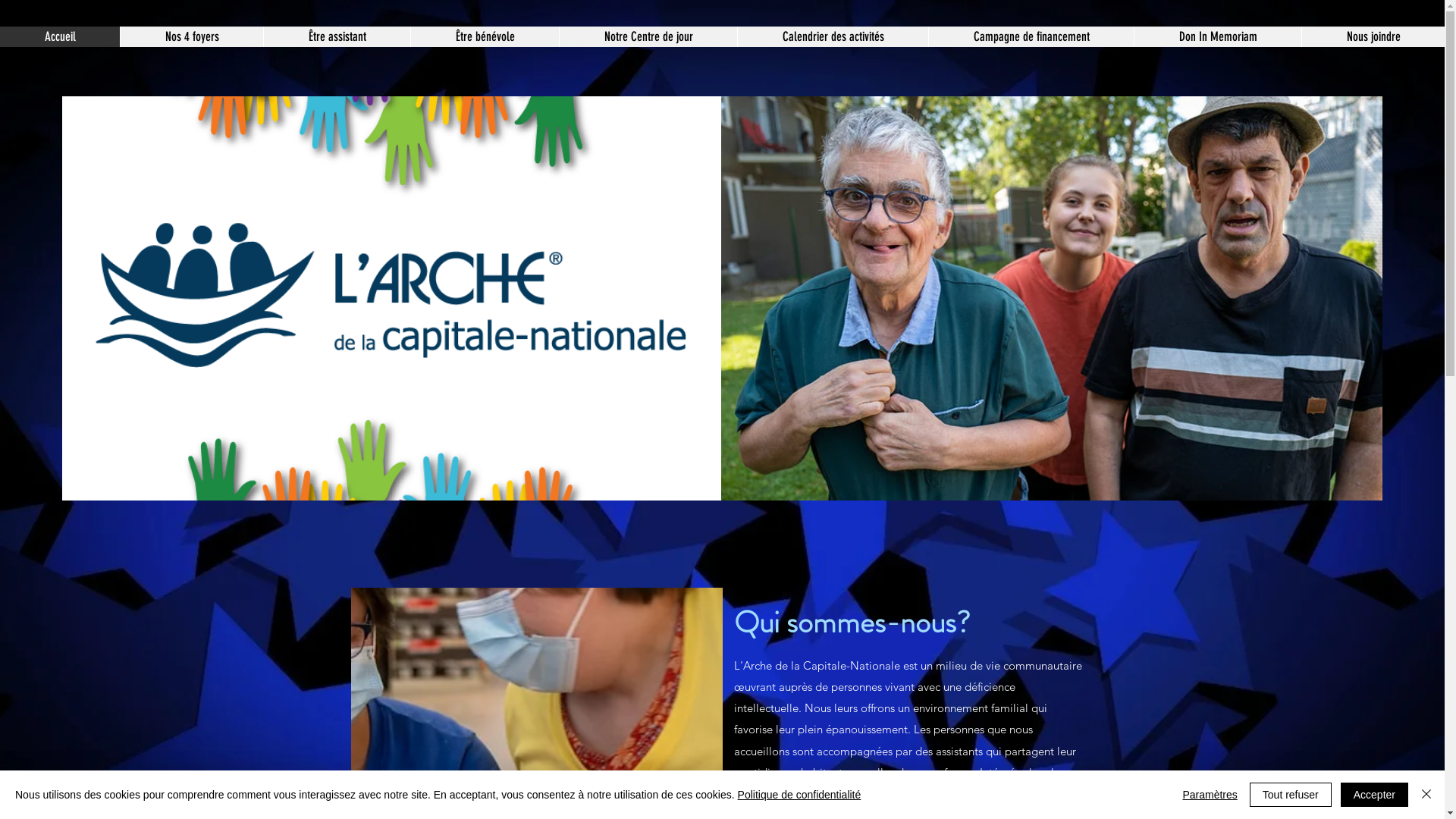 The width and height of the screenshot is (1456, 819). I want to click on 'Nos 4 foyers', so click(190, 36).